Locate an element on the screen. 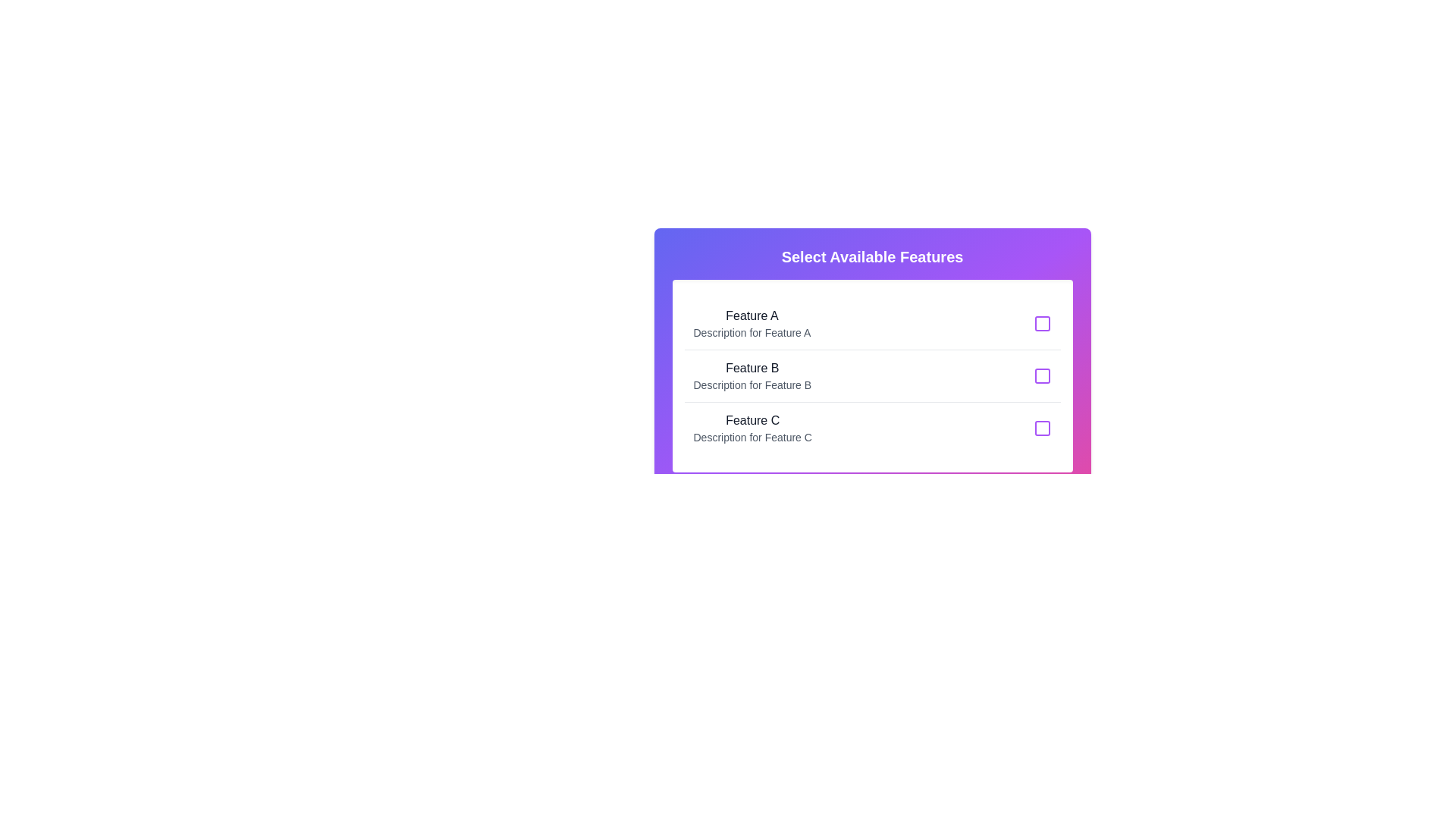 The width and height of the screenshot is (1456, 819). the Icon button related to 'Feature A' is located at coordinates (1041, 323).